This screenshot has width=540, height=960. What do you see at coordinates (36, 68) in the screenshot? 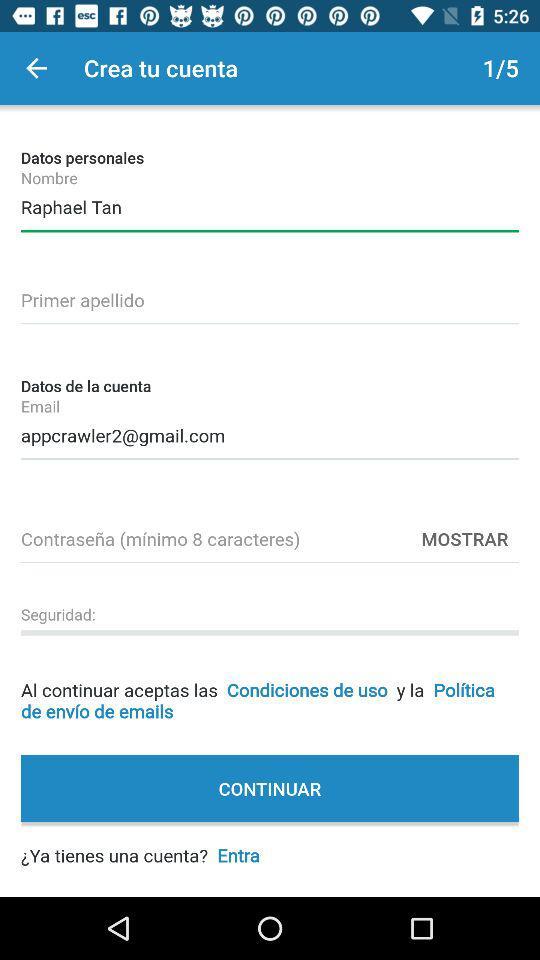
I see `item to the left of crea tu cuenta item` at bounding box center [36, 68].